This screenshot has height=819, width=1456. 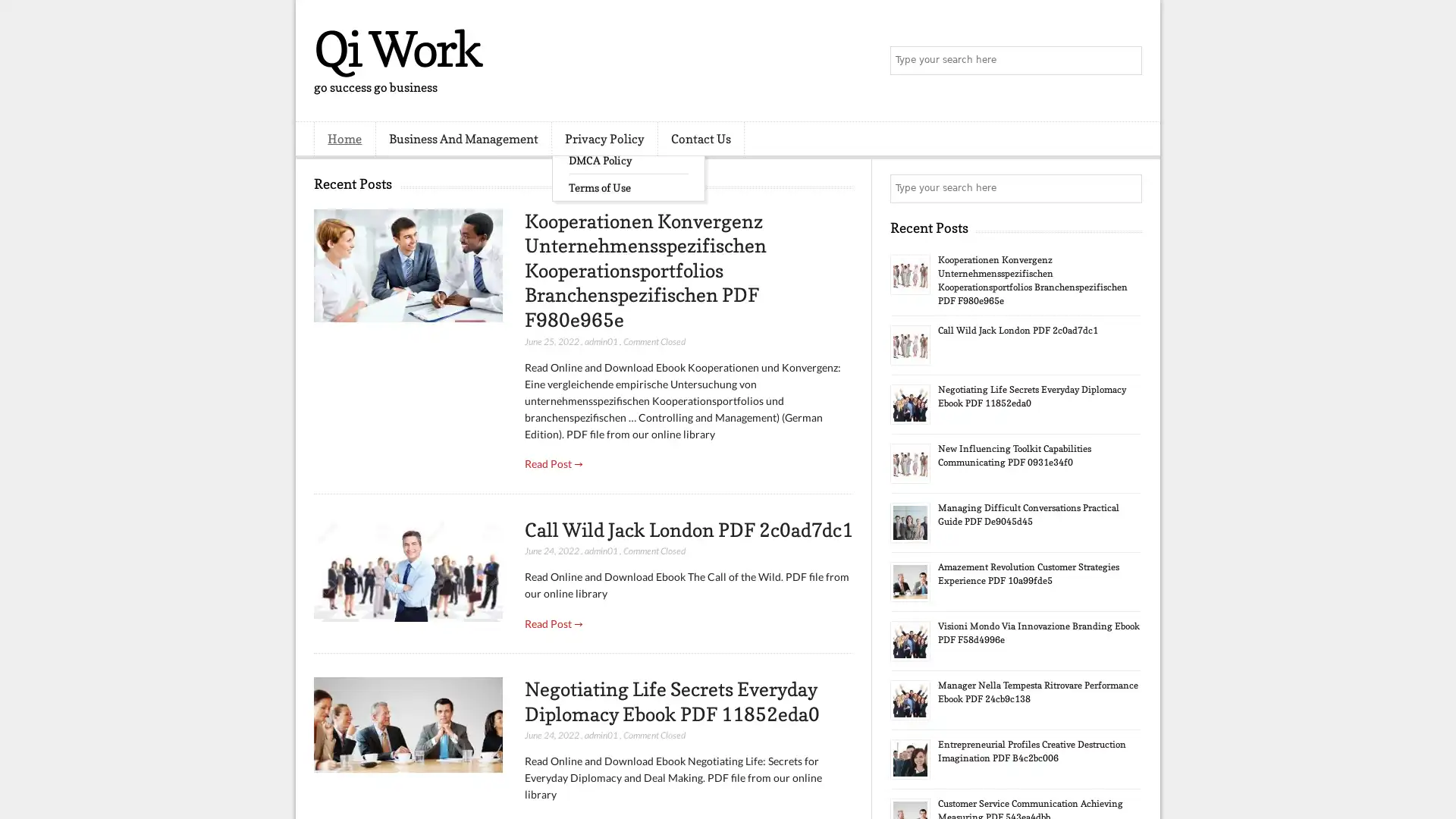 I want to click on Search, so click(x=1126, y=188).